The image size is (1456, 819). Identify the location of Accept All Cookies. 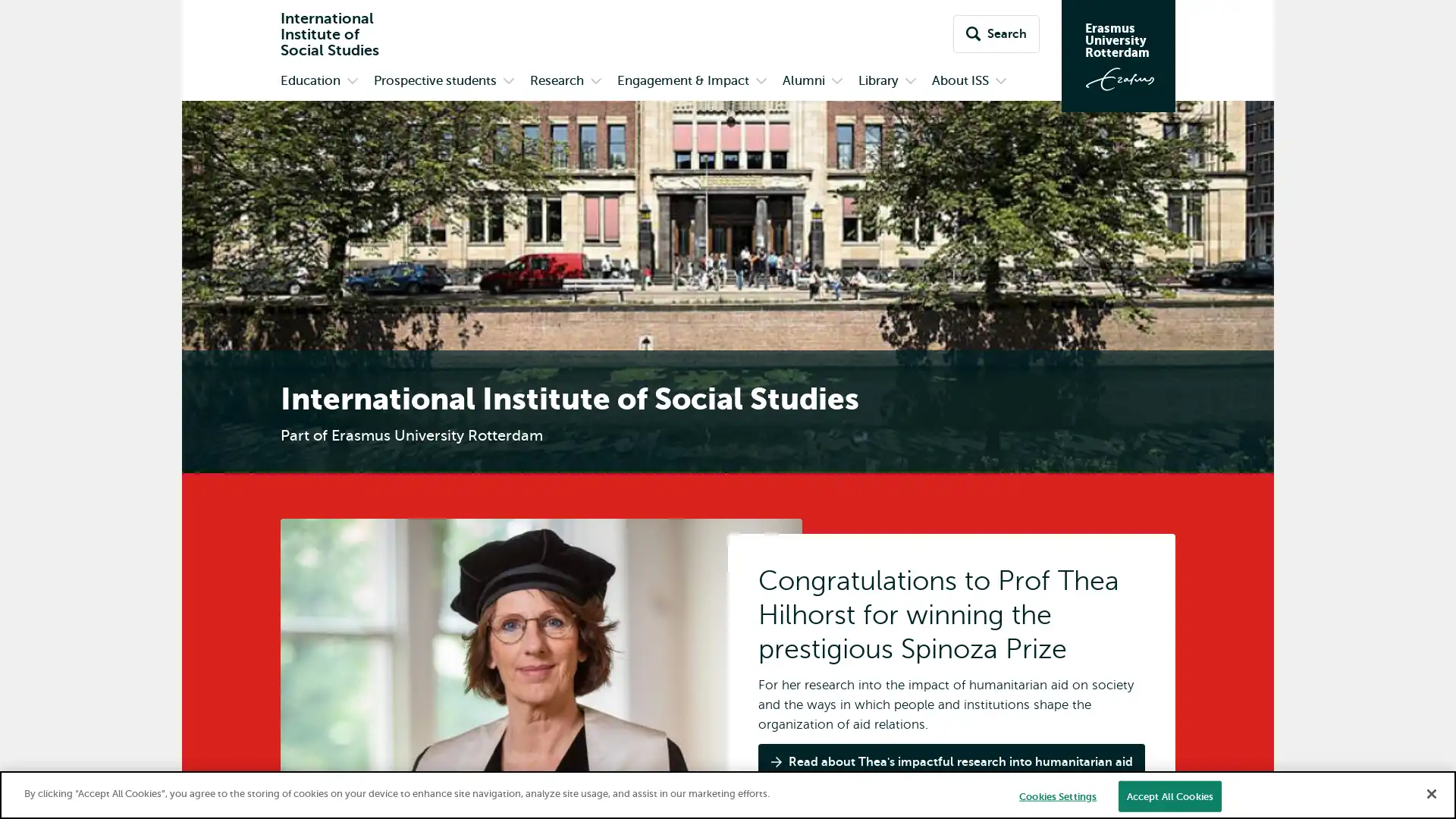
(1169, 795).